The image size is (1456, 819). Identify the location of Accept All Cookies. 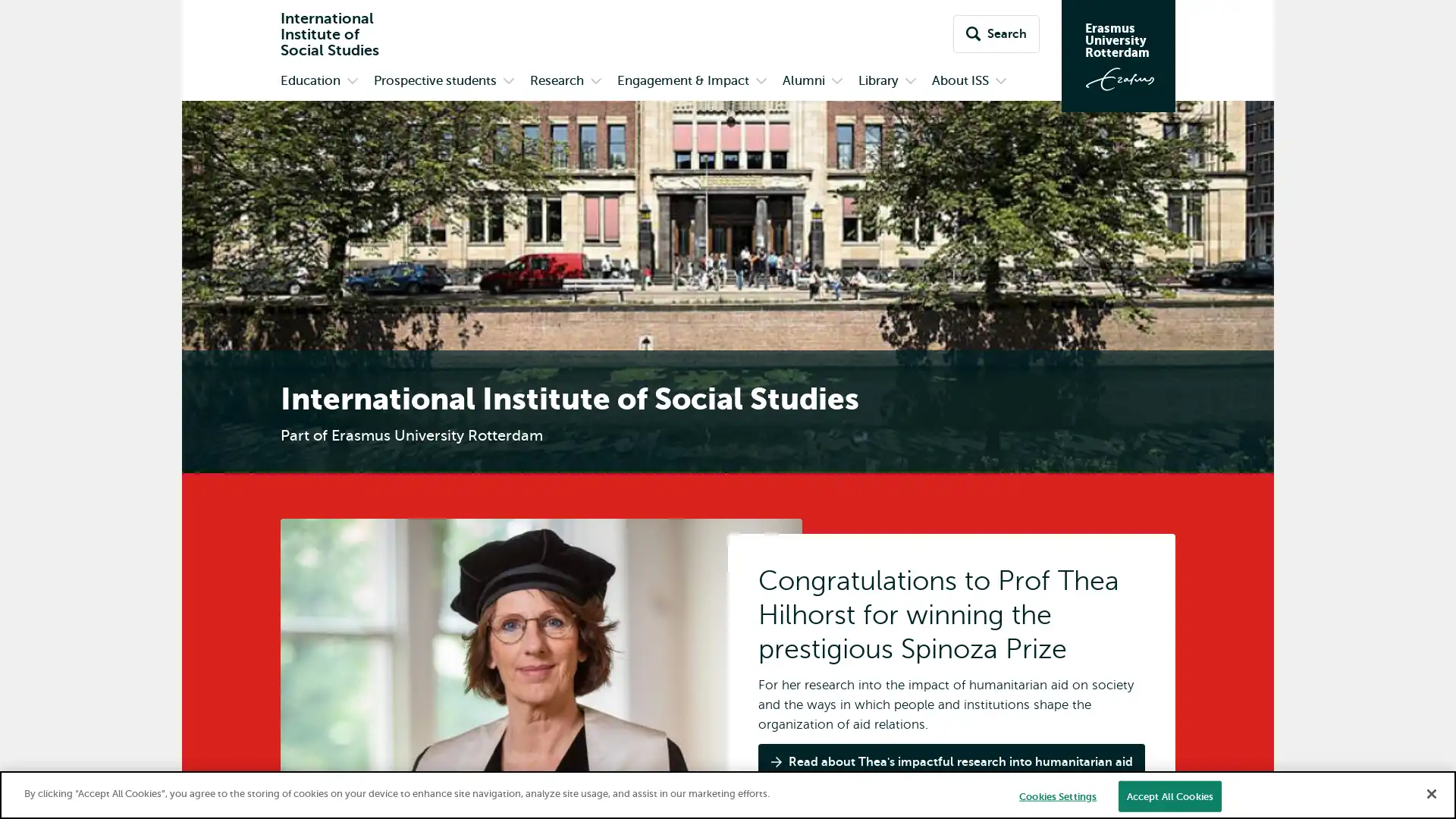
(1169, 795).